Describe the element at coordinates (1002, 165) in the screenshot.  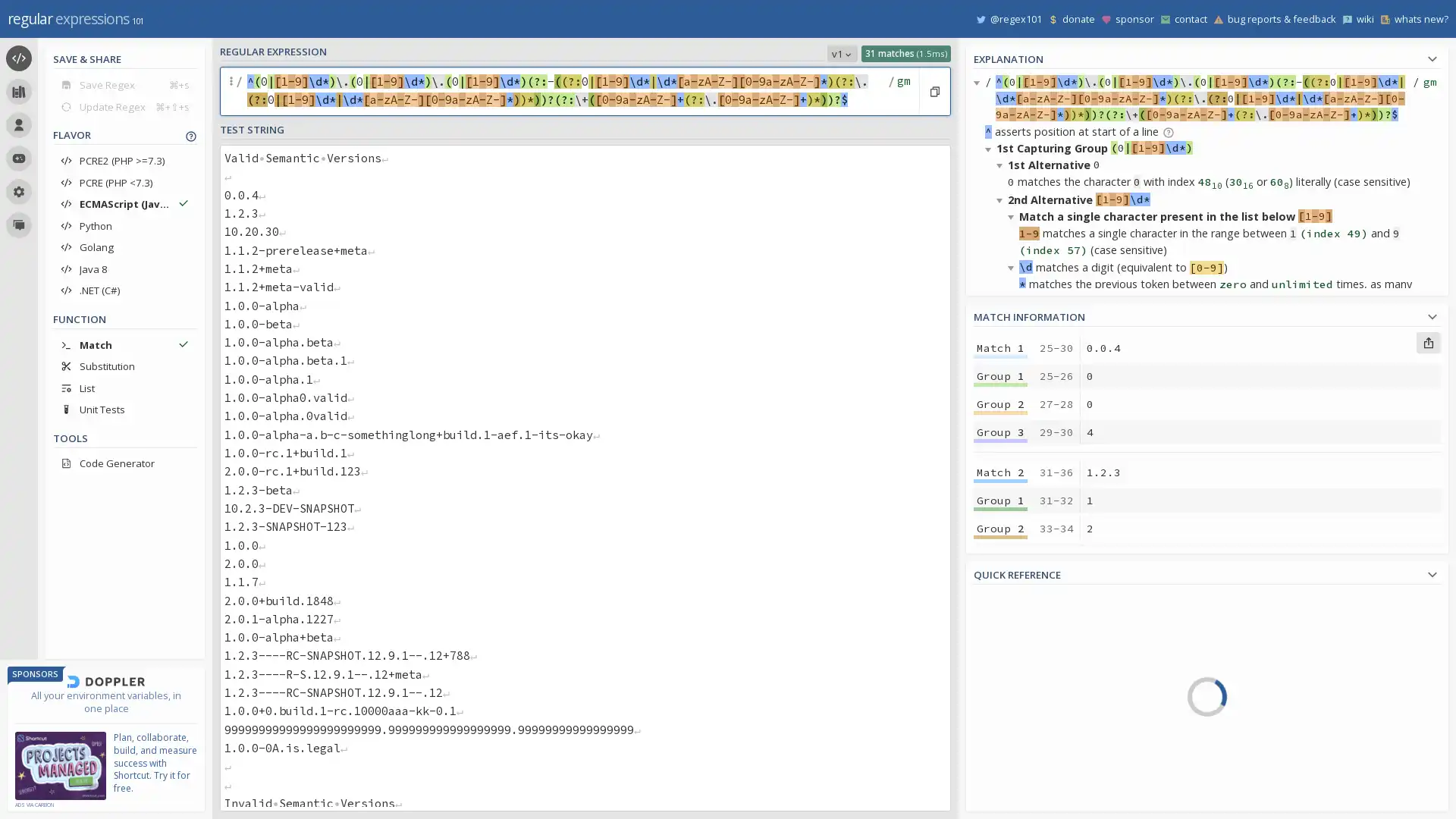
I see `Collapse Subtree` at that location.